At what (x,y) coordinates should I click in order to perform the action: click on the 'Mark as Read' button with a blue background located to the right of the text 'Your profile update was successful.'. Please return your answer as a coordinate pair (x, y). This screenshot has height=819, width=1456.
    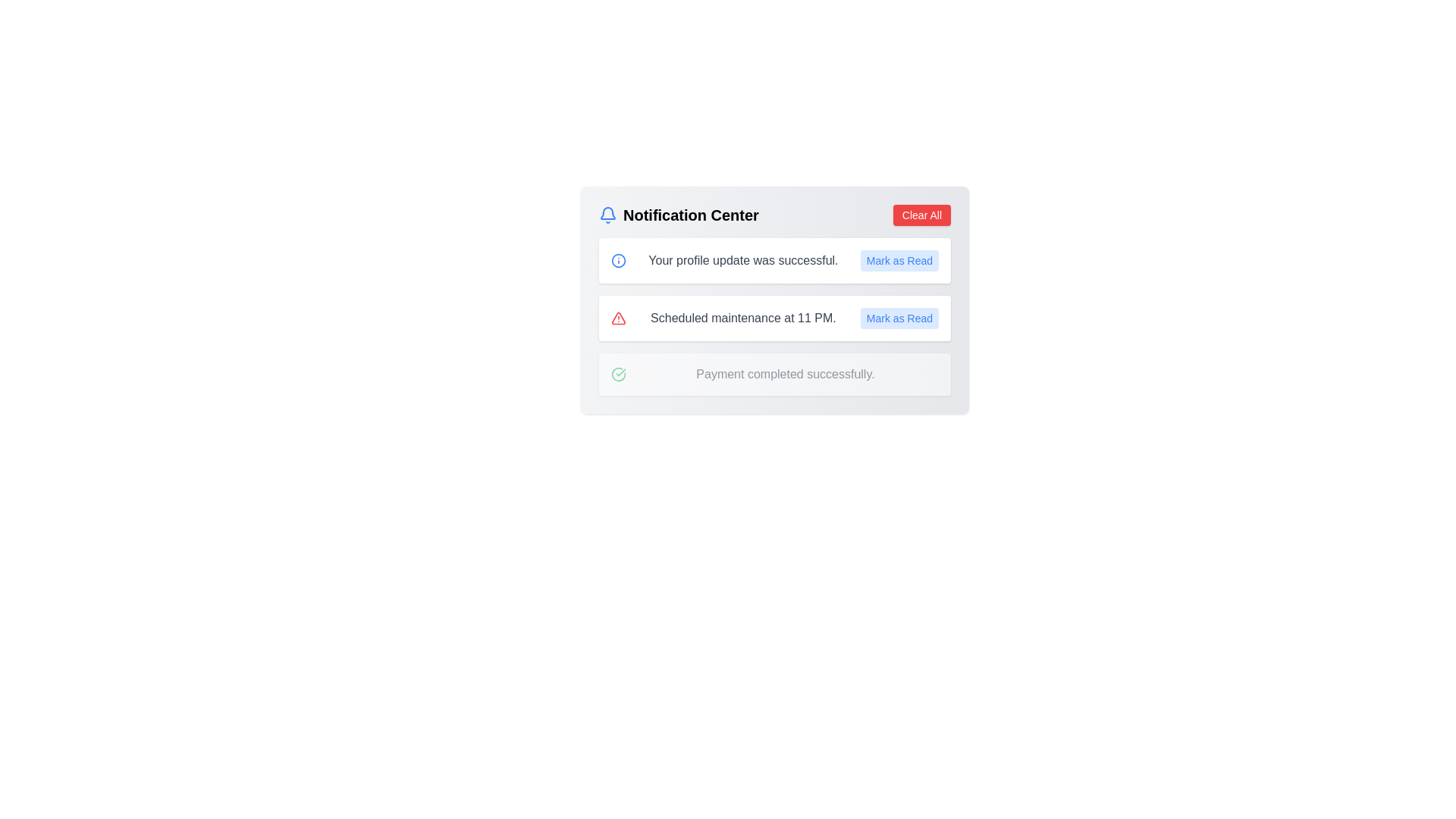
    Looking at the image, I should click on (899, 259).